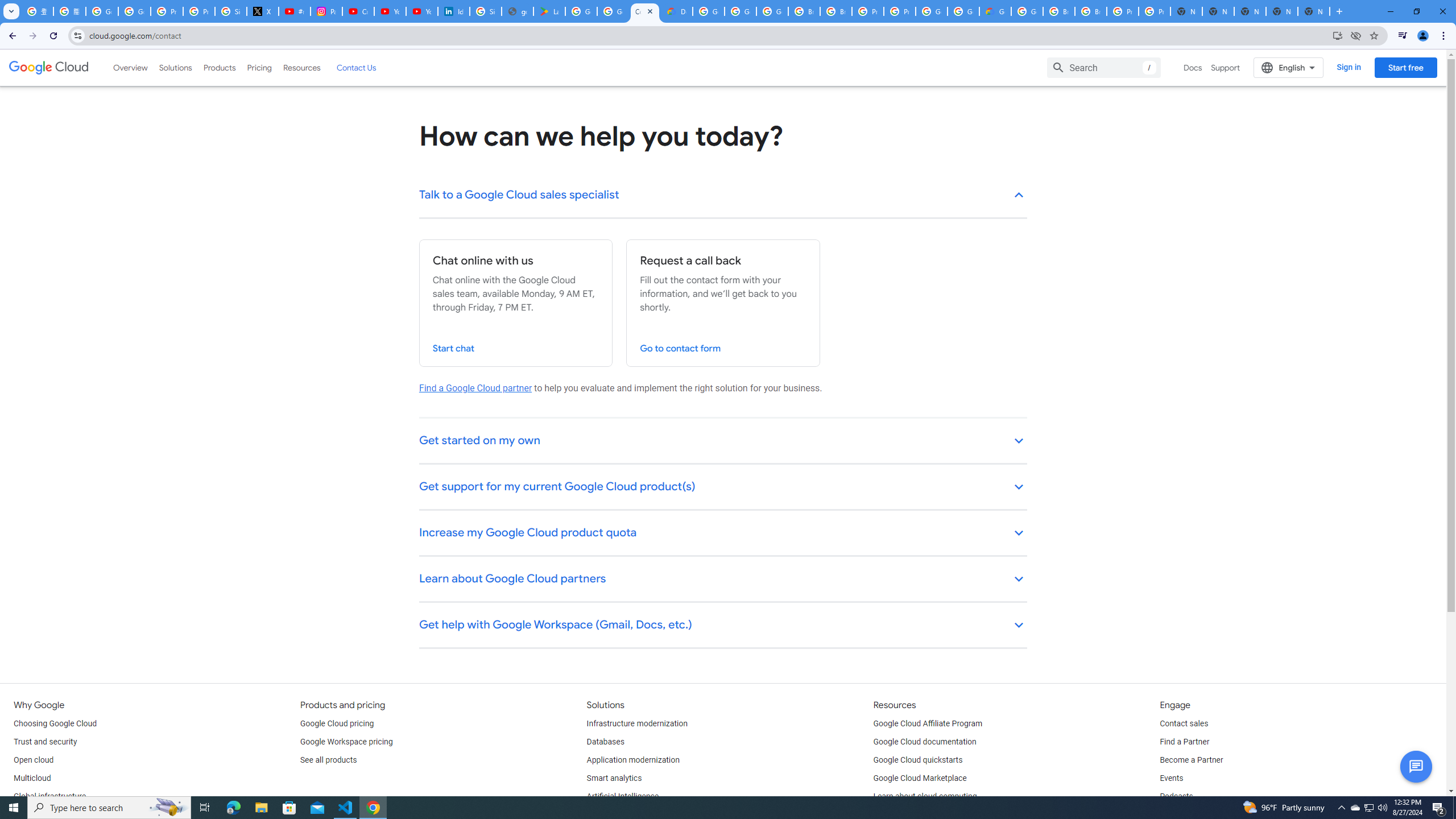 The width and height of the screenshot is (1456, 819). Describe the element at coordinates (1176, 797) in the screenshot. I see `'Podcasts'` at that location.